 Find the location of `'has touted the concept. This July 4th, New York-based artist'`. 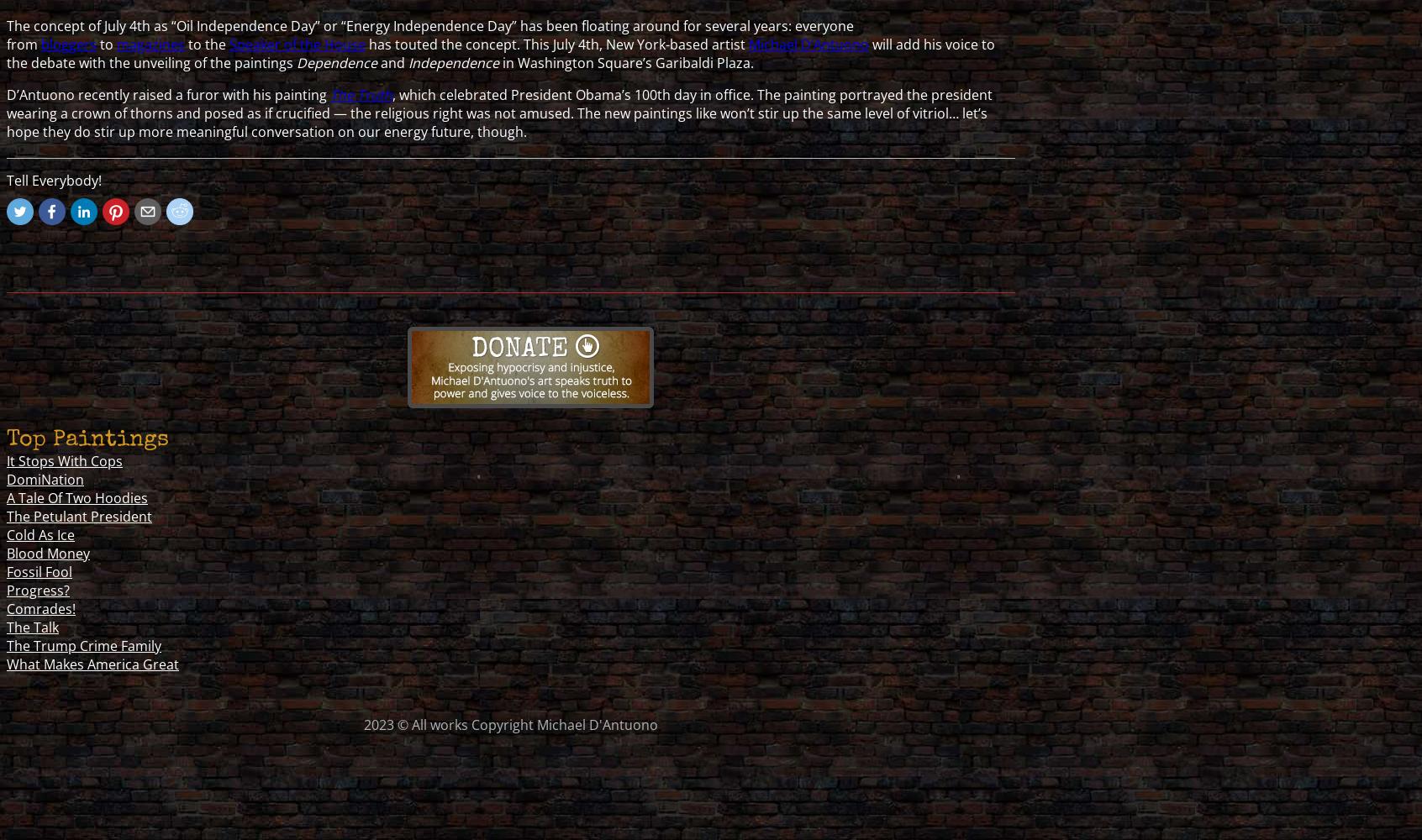

'has touted the concept. This July 4th, New York-based artist' is located at coordinates (365, 44).